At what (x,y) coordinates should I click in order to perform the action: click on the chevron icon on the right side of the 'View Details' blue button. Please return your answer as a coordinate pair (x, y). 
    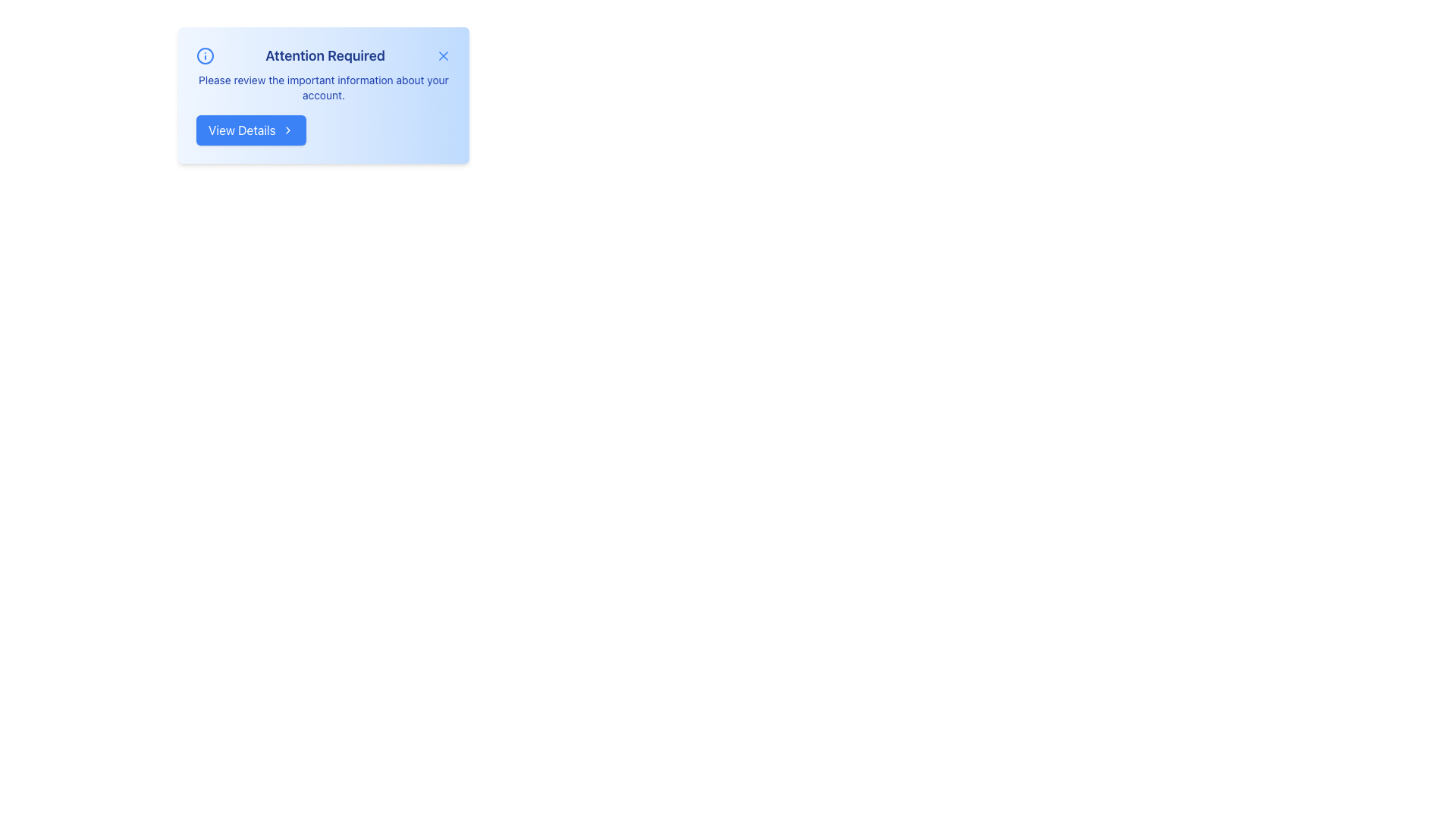
    Looking at the image, I should click on (287, 130).